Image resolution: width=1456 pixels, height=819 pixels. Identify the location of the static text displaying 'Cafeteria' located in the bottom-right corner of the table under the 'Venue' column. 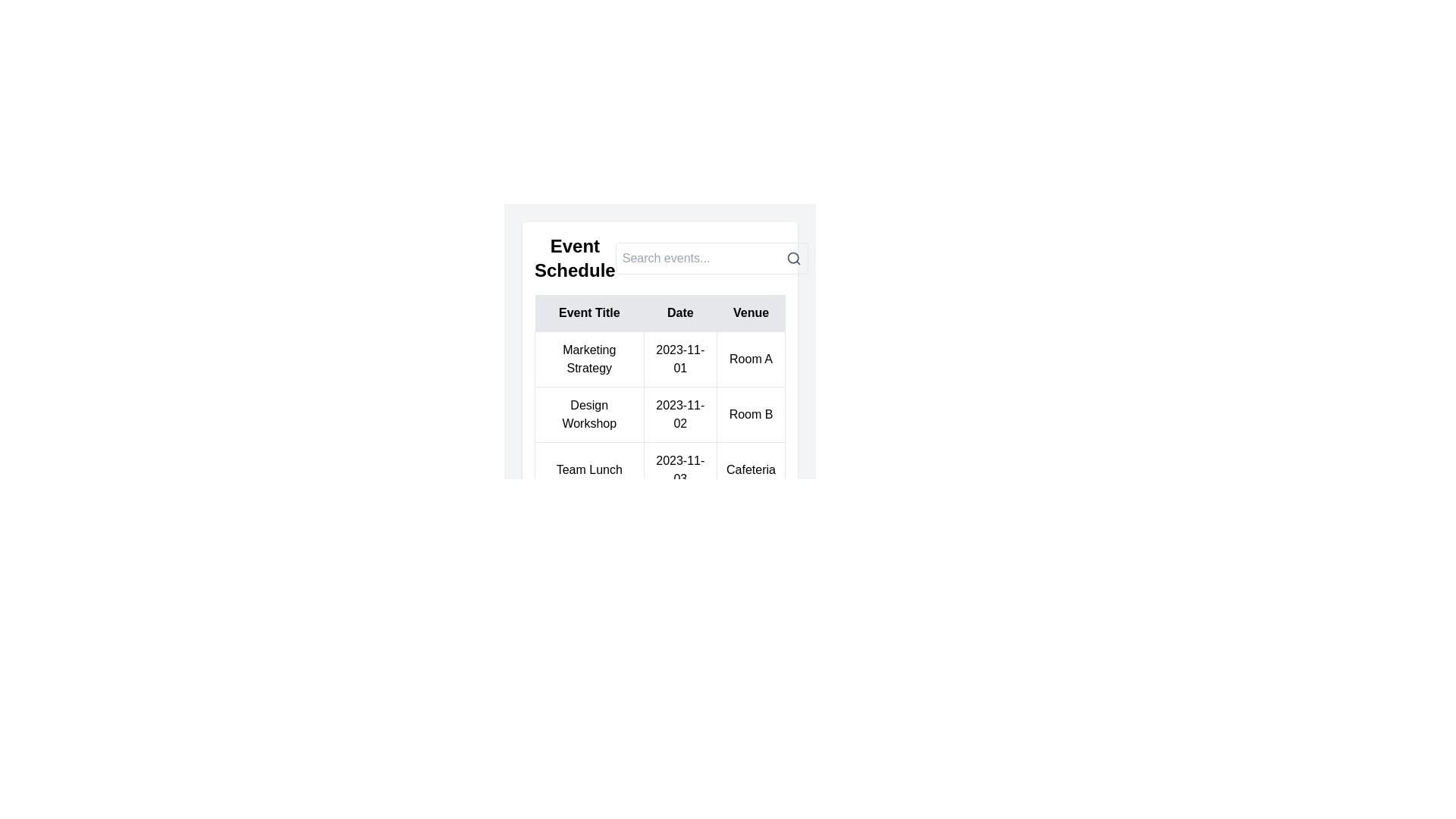
(751, 469).